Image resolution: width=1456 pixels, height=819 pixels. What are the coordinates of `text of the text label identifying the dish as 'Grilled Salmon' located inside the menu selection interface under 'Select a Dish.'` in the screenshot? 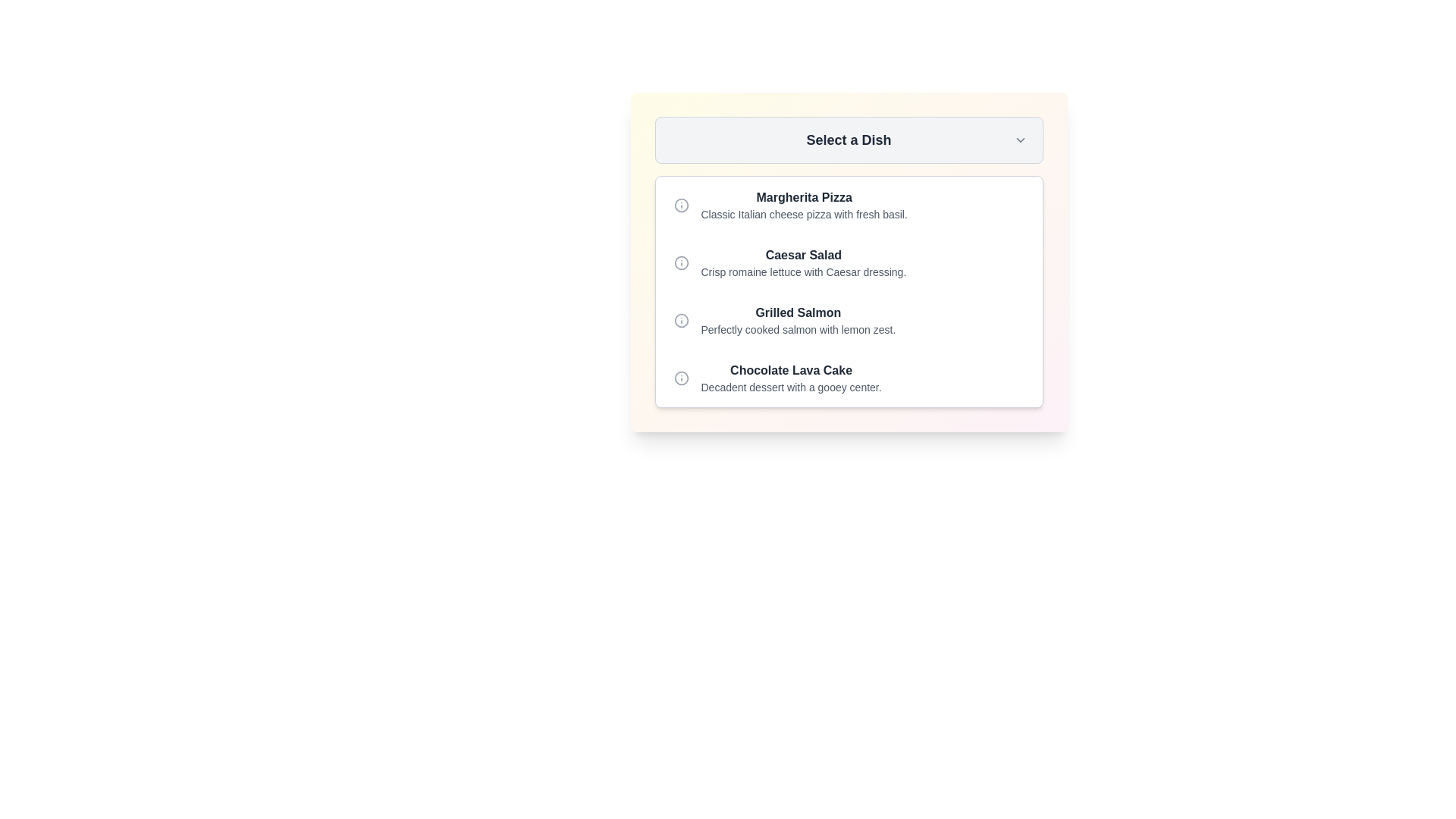 It's located at (797, 312).